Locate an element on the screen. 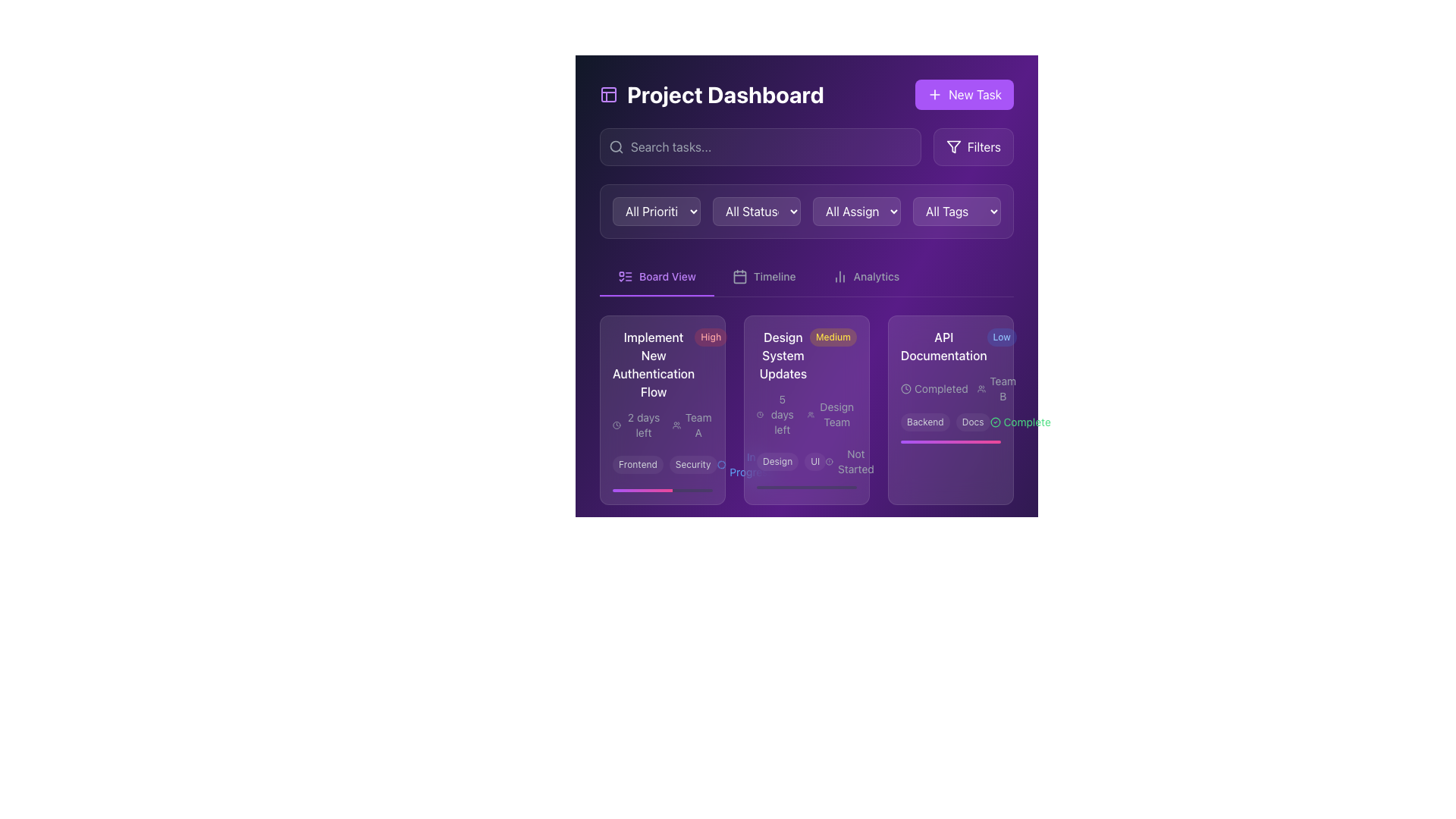 The height and width of the screenshot is (819, 1456). the centered text block displaying 'Implement New Authentication Flow' in white color, styled against a purple background, located at the top left section of the Kanban-style task board is located at coordinates (654, 365).